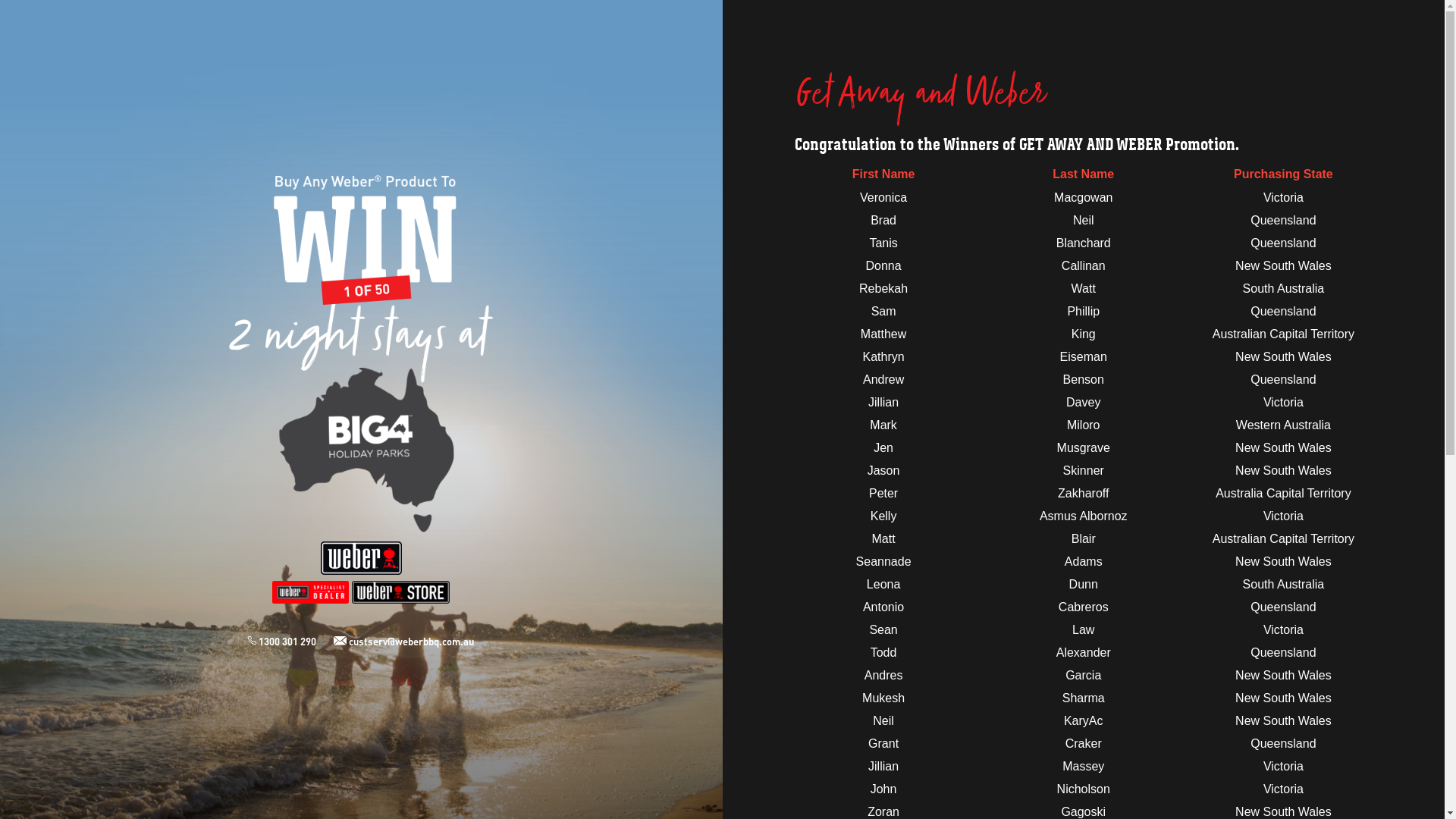  I want to click on 'custserv@weberbbq.com.au', so click(333, 641).